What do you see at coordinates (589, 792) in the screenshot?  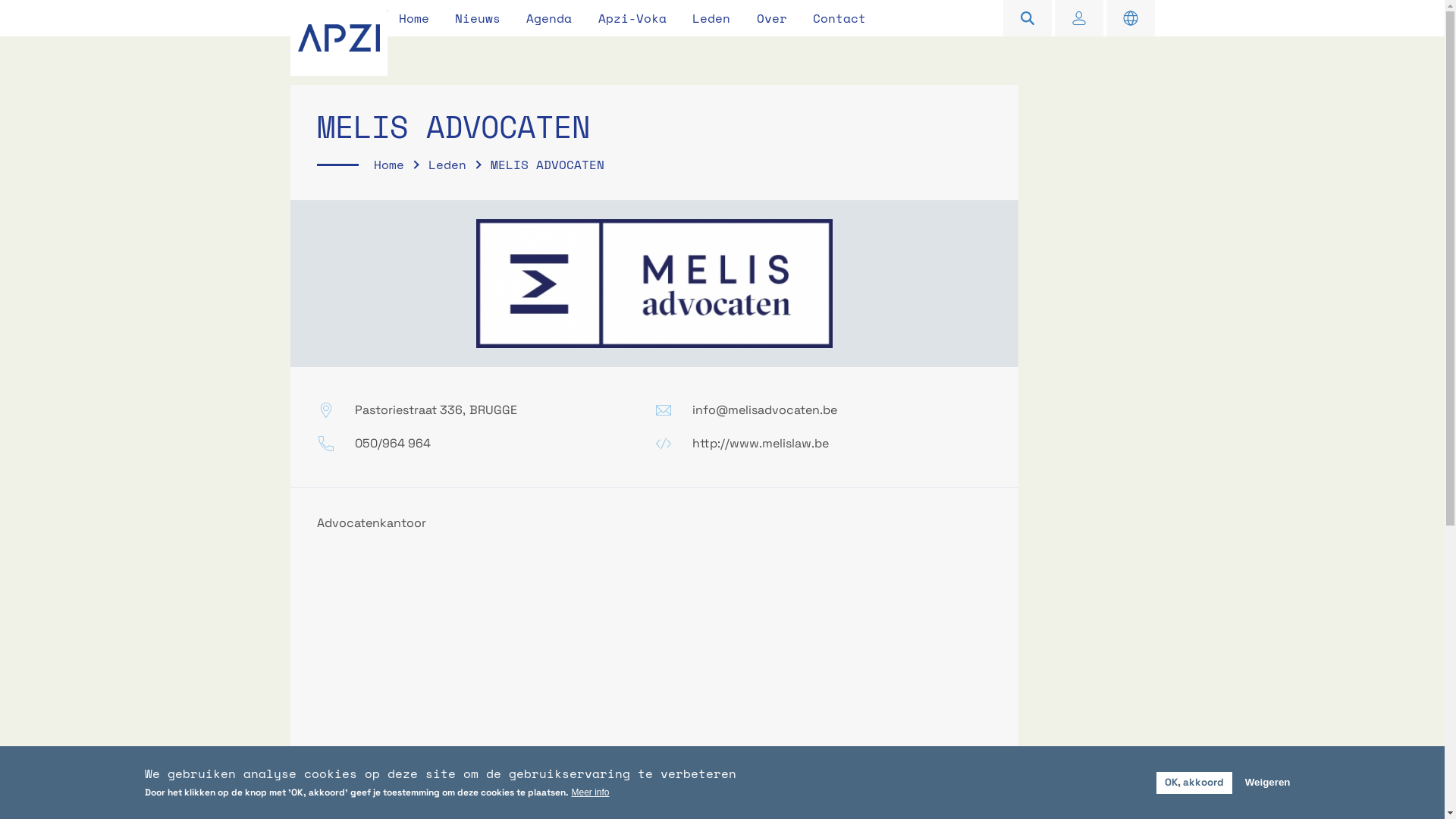 I see `'Meer info'` at bounding box center [589, 792].